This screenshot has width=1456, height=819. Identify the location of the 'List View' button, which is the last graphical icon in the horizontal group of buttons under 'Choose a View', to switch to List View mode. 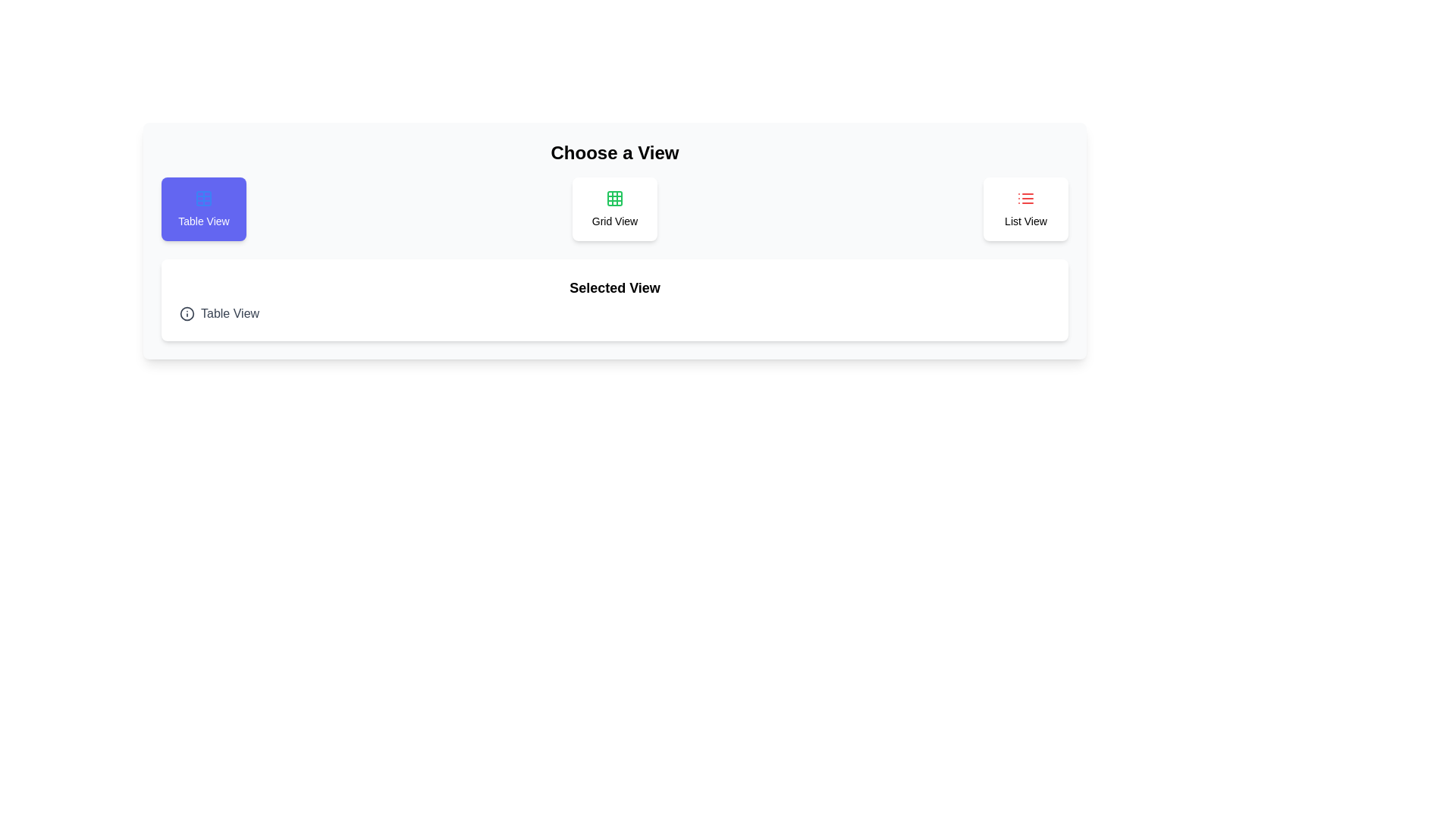
(1026, 198).